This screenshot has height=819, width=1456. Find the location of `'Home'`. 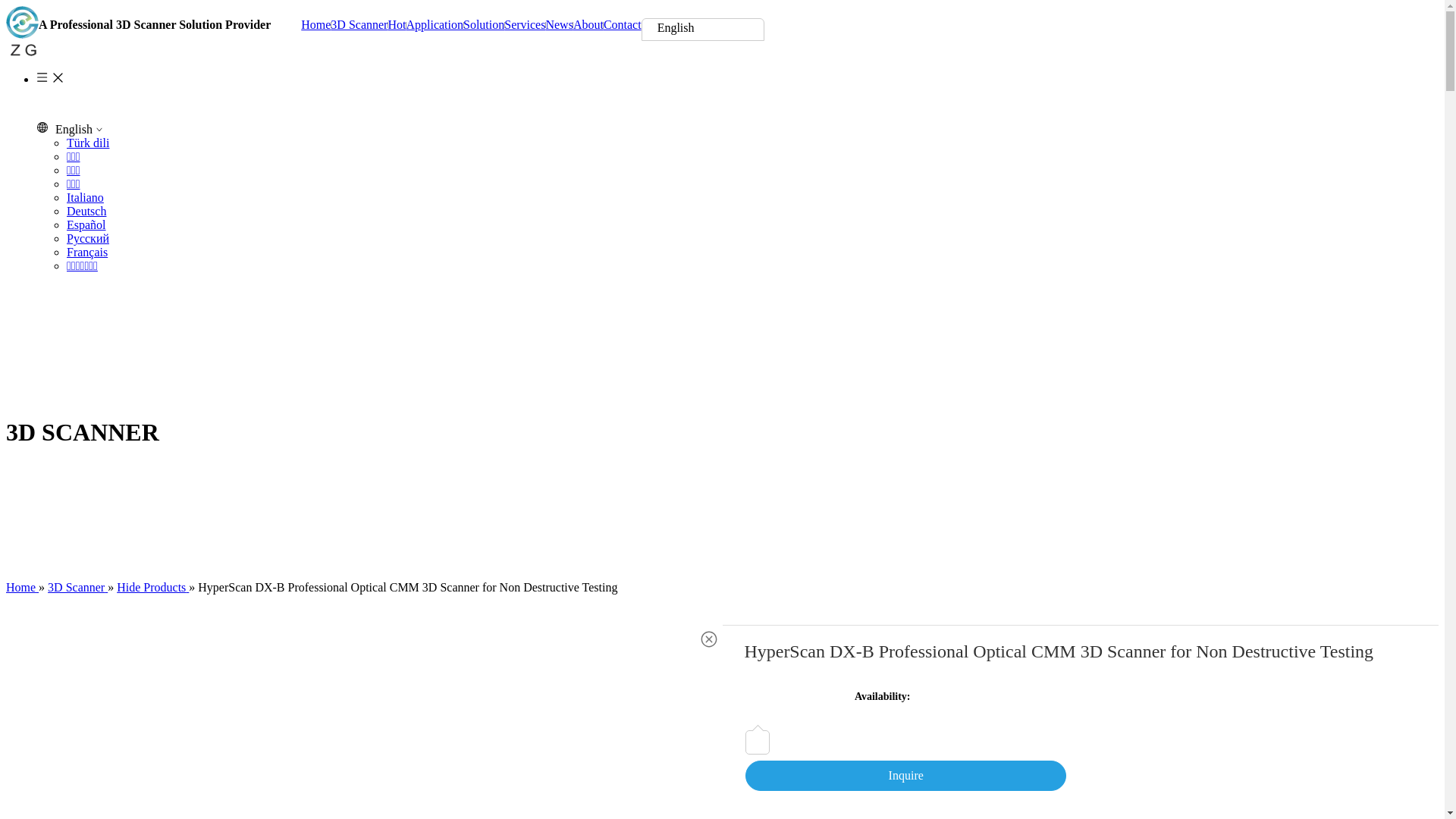

'Home' is located at coordinates (315, 25).